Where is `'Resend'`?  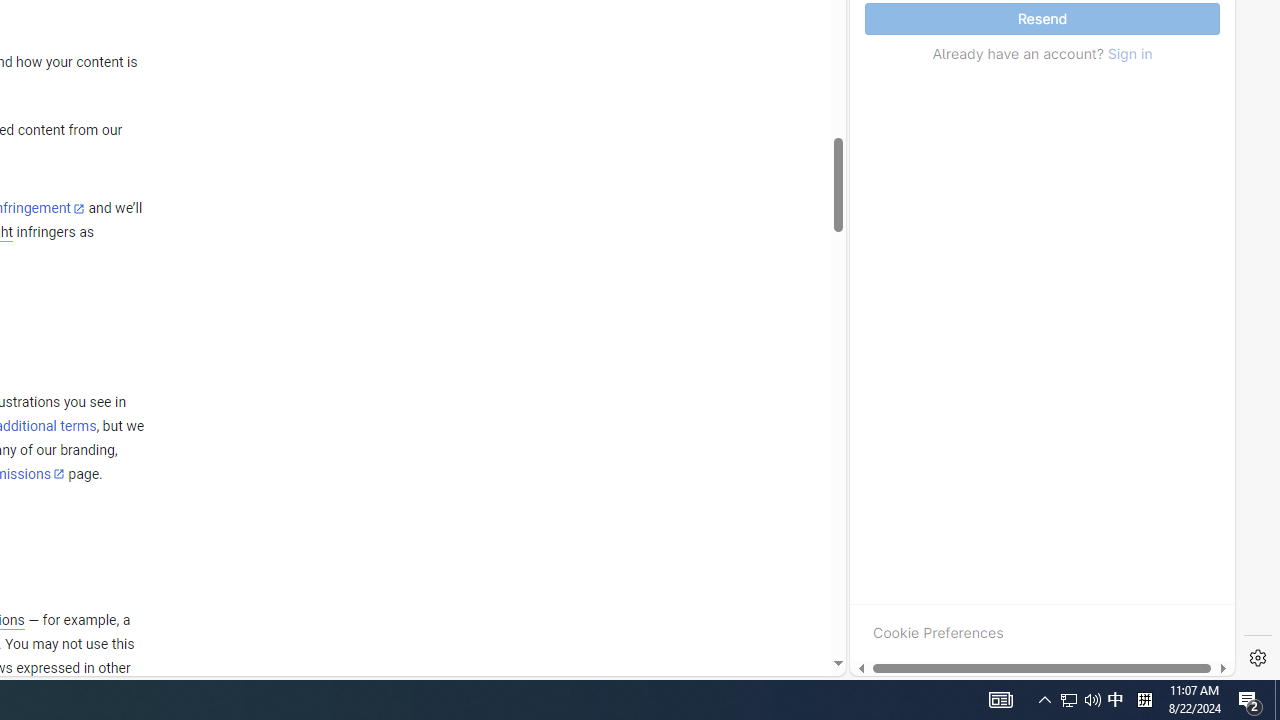
'Resend' is located at coordinates (1041, 19).